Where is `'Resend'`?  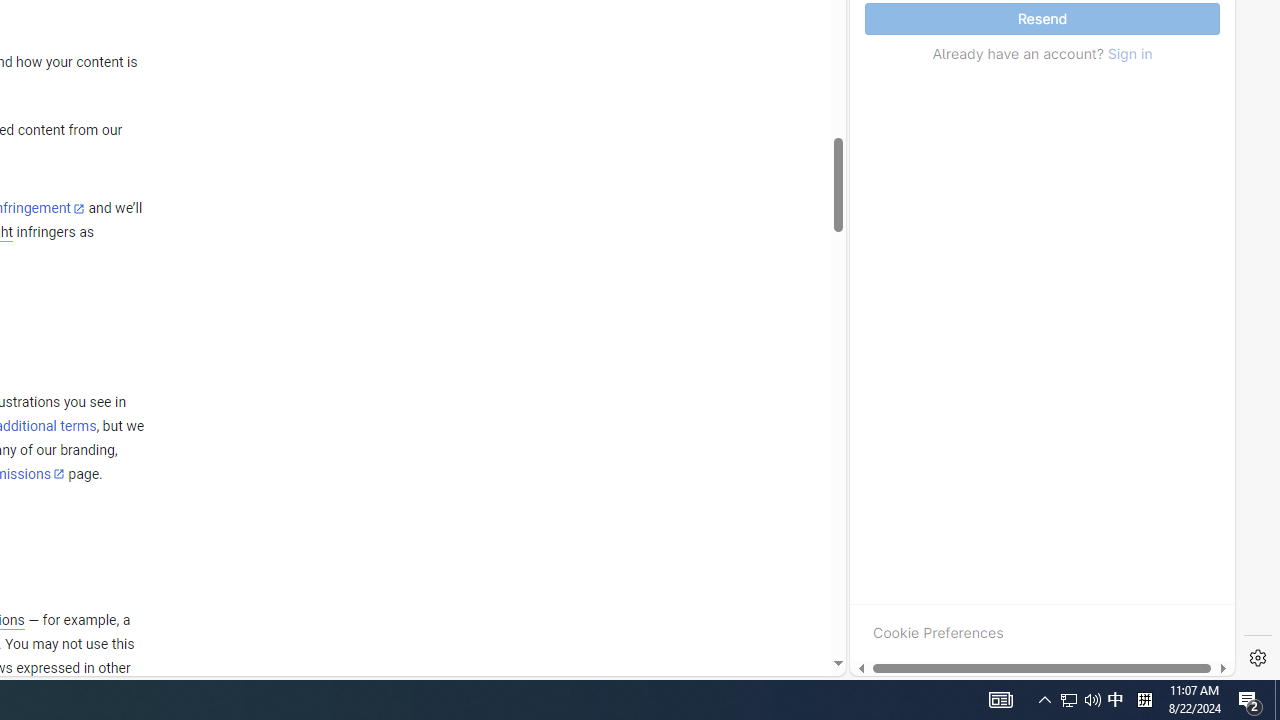
'Resend' is located at coordinates (1041, 19).